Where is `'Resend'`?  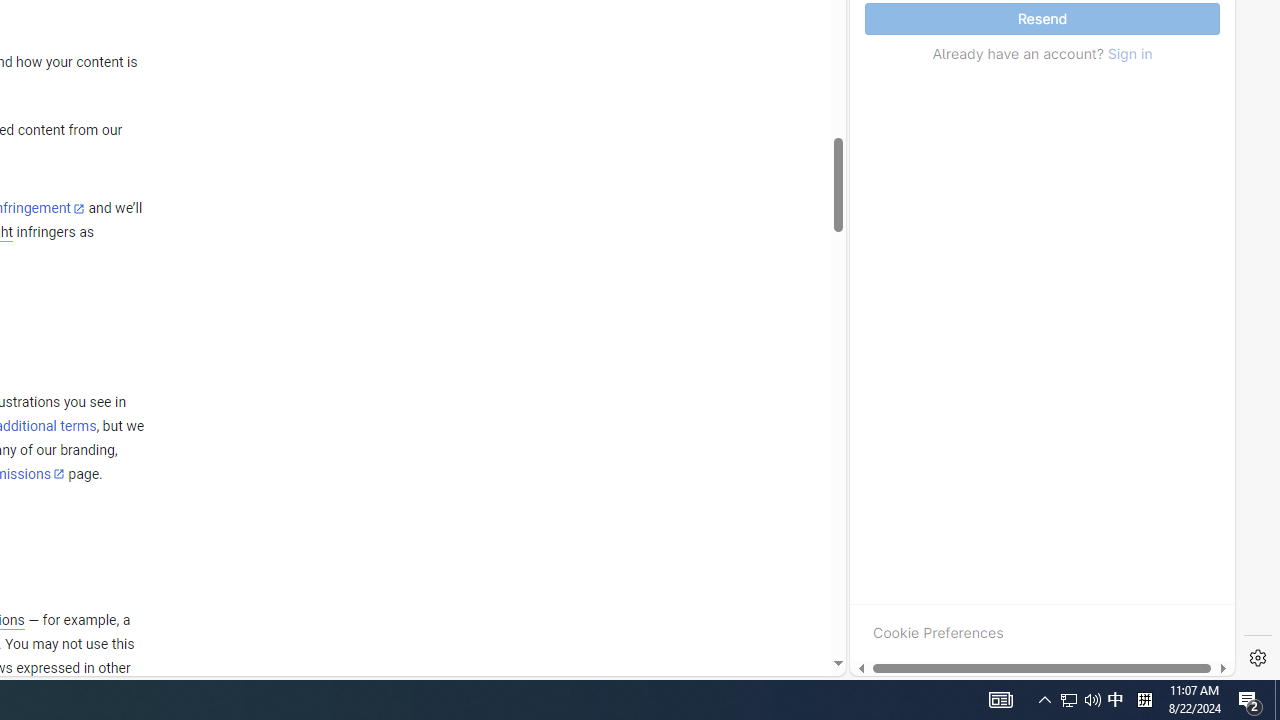
'Resend' is located at coordinates (1041, 19).